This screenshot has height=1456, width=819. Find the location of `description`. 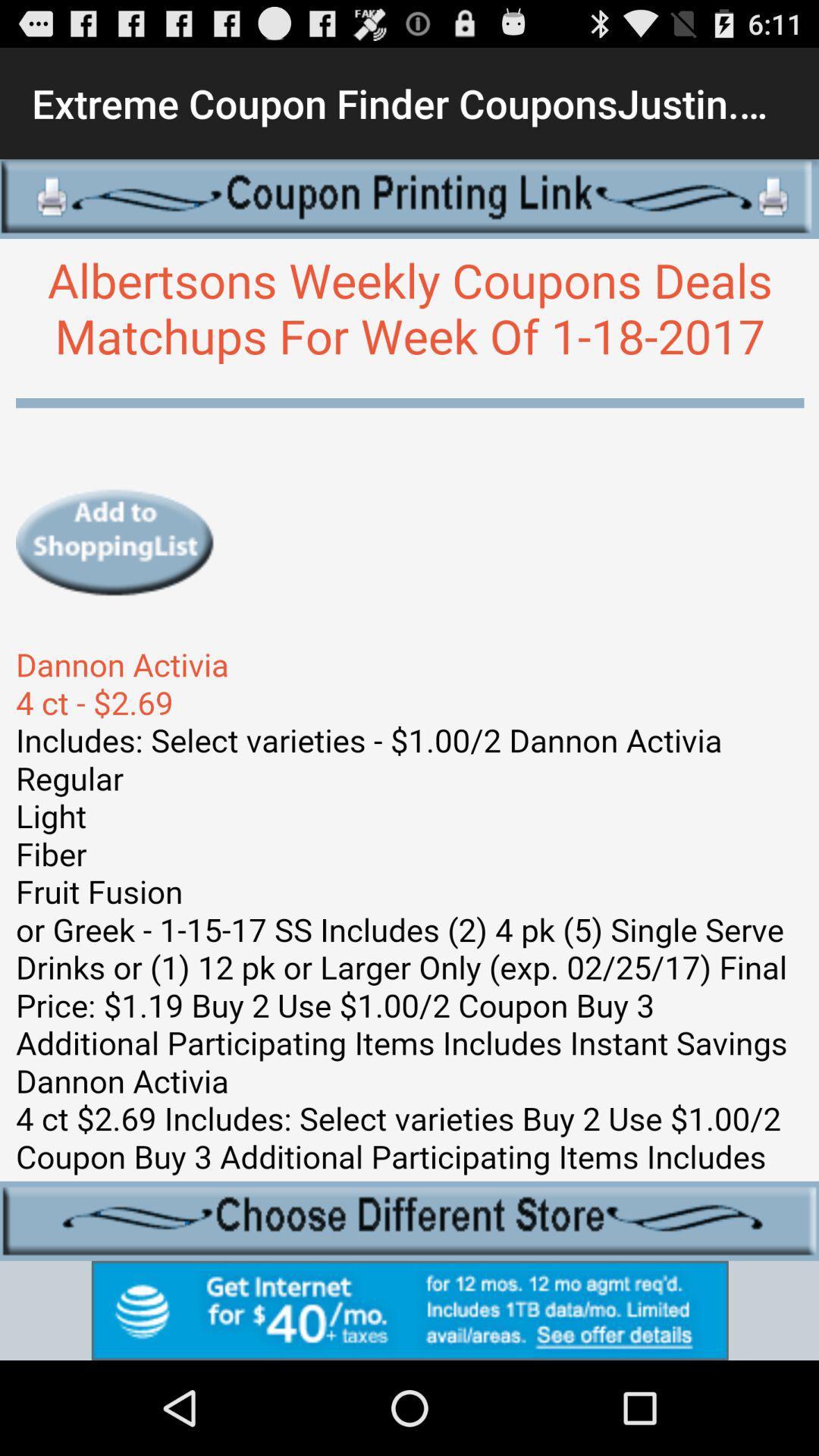

description is located at coordinates (409, 709).